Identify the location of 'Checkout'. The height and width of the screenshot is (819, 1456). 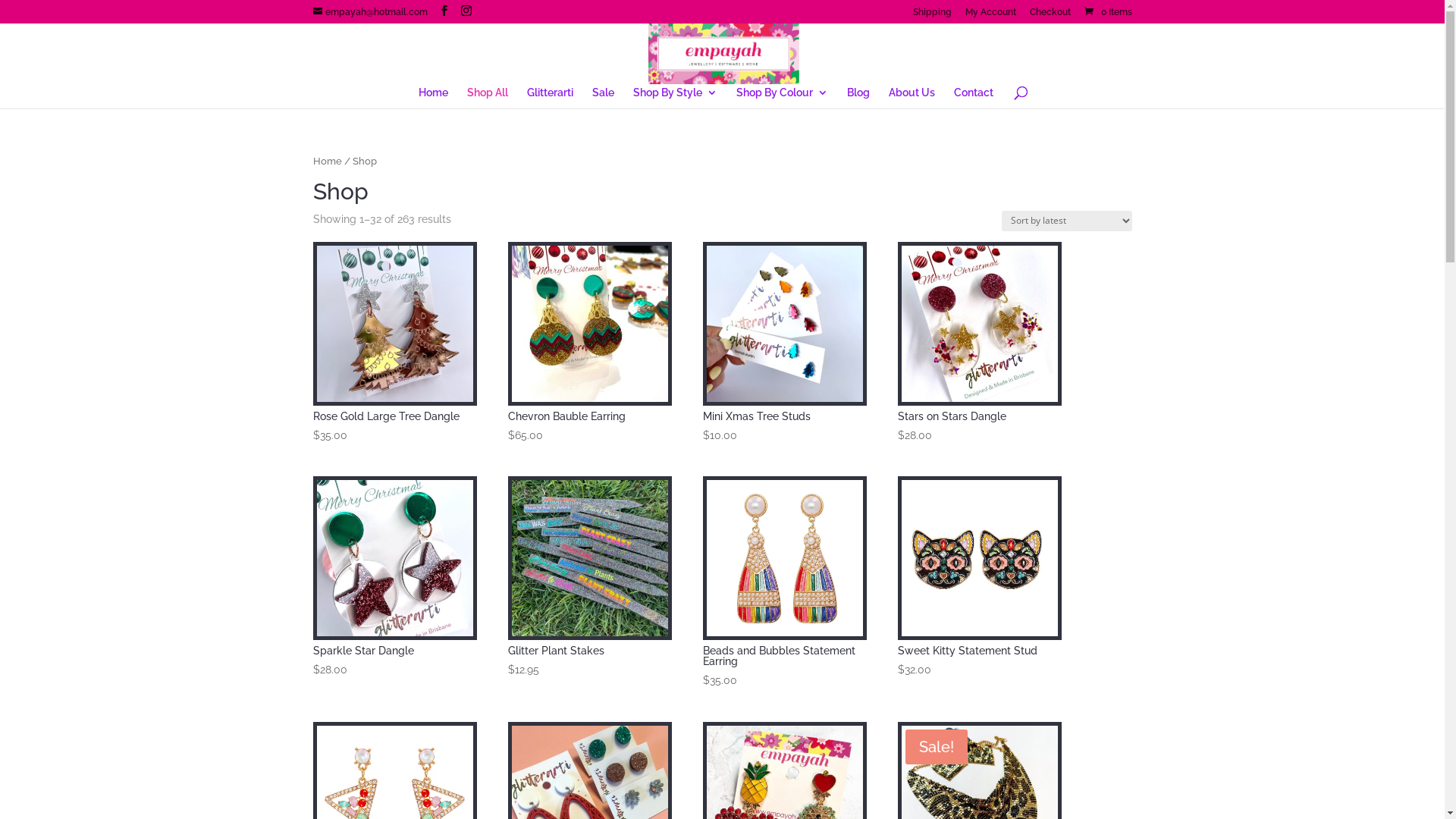
(1050, 15).